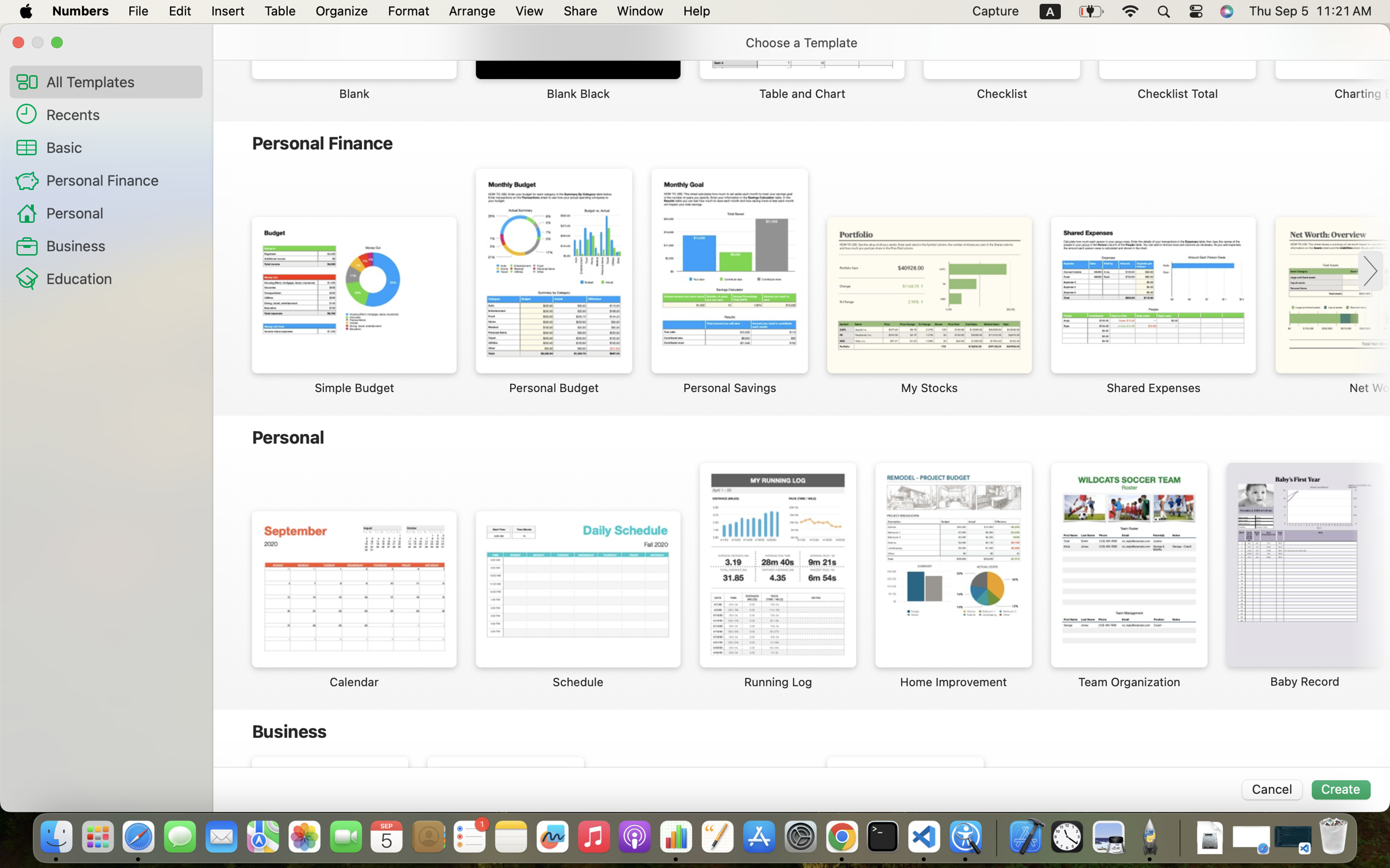  What do you see at coordinates (119, 245) in the screenshot?
I see `'Business'` at bounding box center [119, 245].